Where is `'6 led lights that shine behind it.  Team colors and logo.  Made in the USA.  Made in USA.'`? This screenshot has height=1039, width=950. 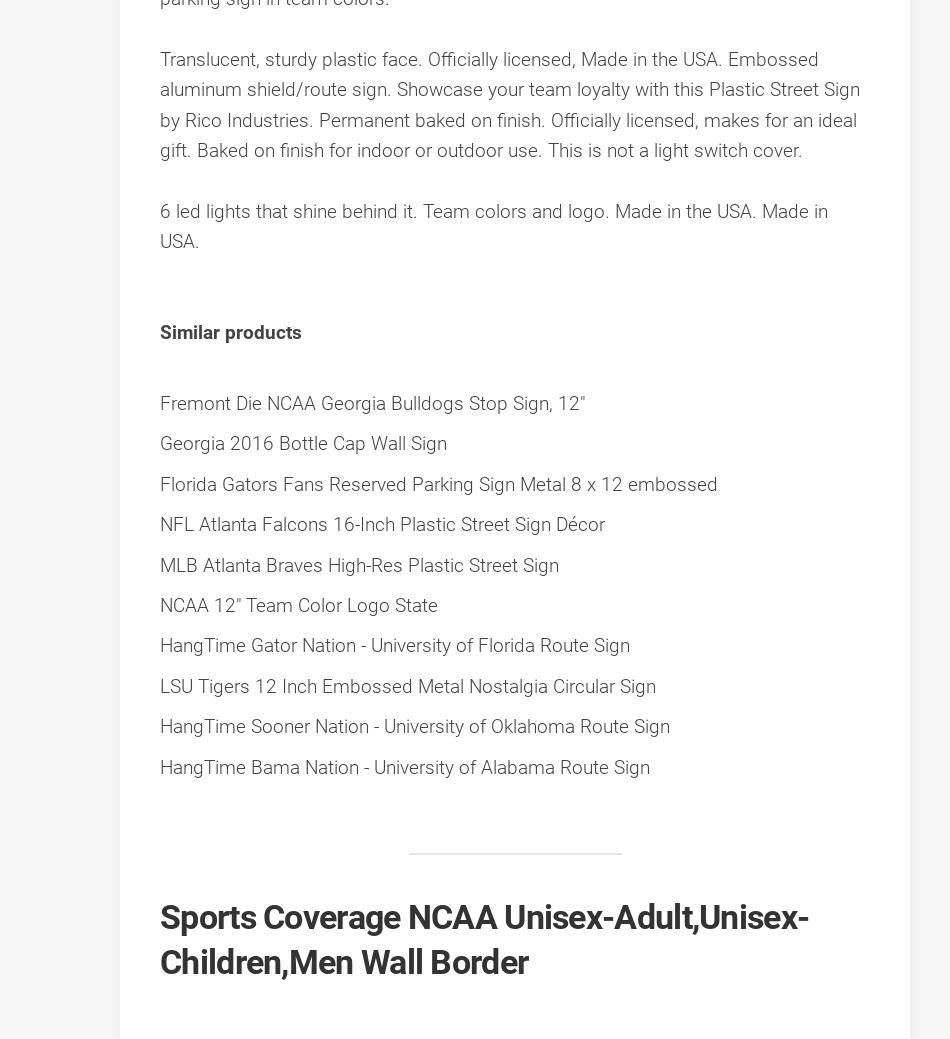
'6 led lights that shine behind it.  Team colors and logo.  Made in the USA.  Made in USA.' is located at coordinates (494, 225).